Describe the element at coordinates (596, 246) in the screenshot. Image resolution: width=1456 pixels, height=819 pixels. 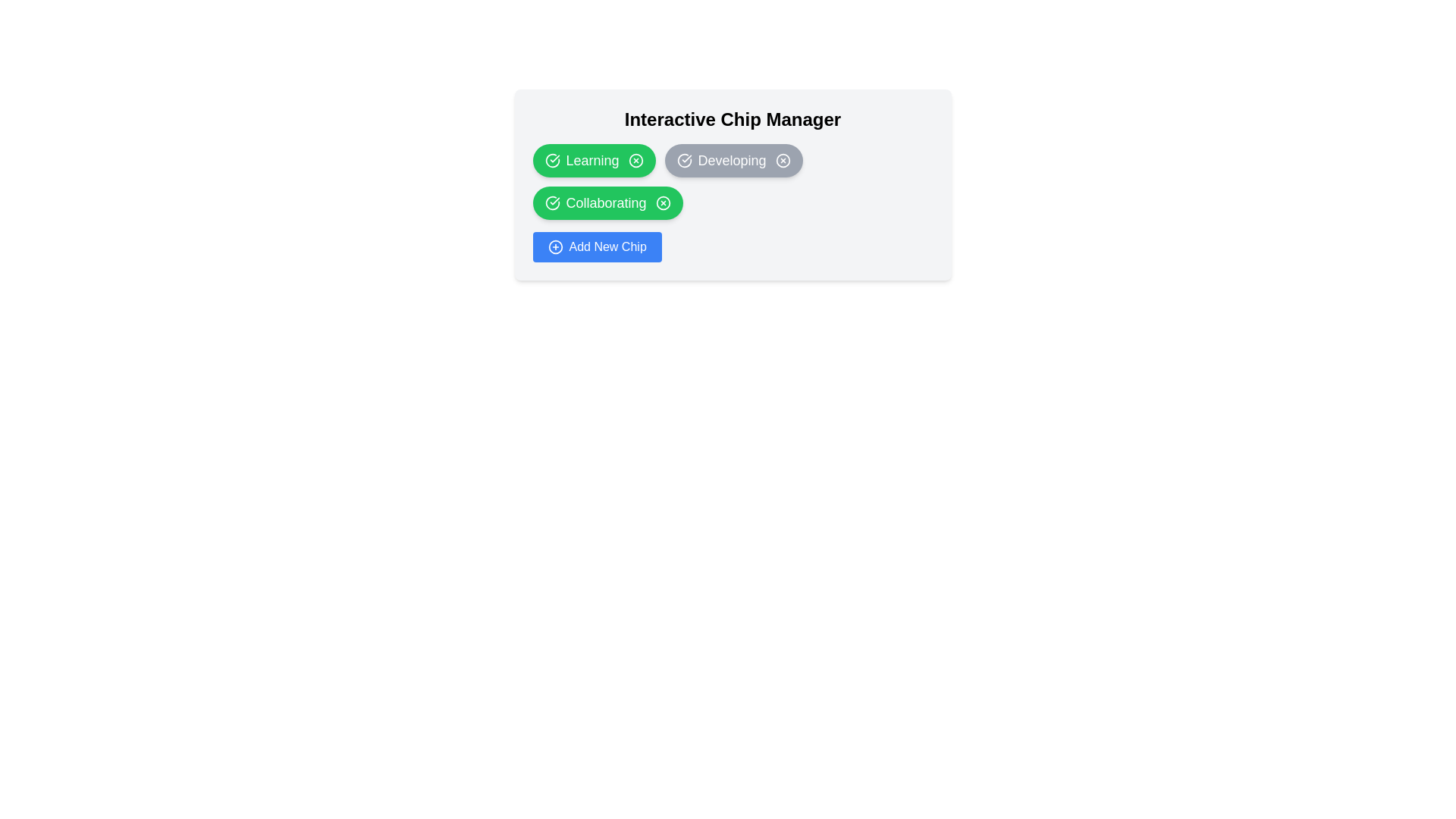
I see `the blue rectangular button labeled 'Add New Chip' for keyboard navigation` at that location.